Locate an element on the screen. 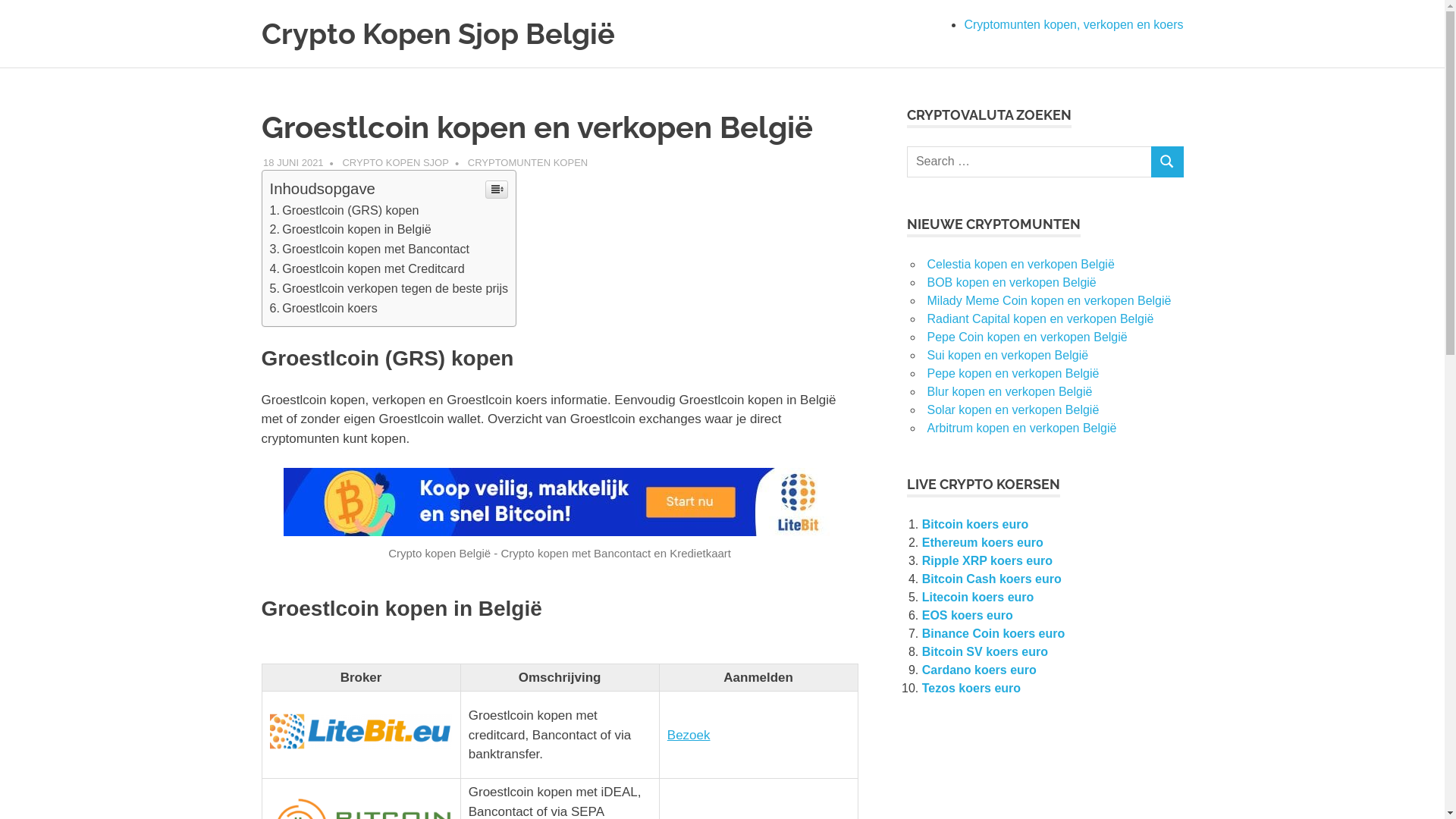 The image size is (1456, 819). 'Groestlcoin verkopen tegen de beste prijs' is located at coordinates (389, 288).